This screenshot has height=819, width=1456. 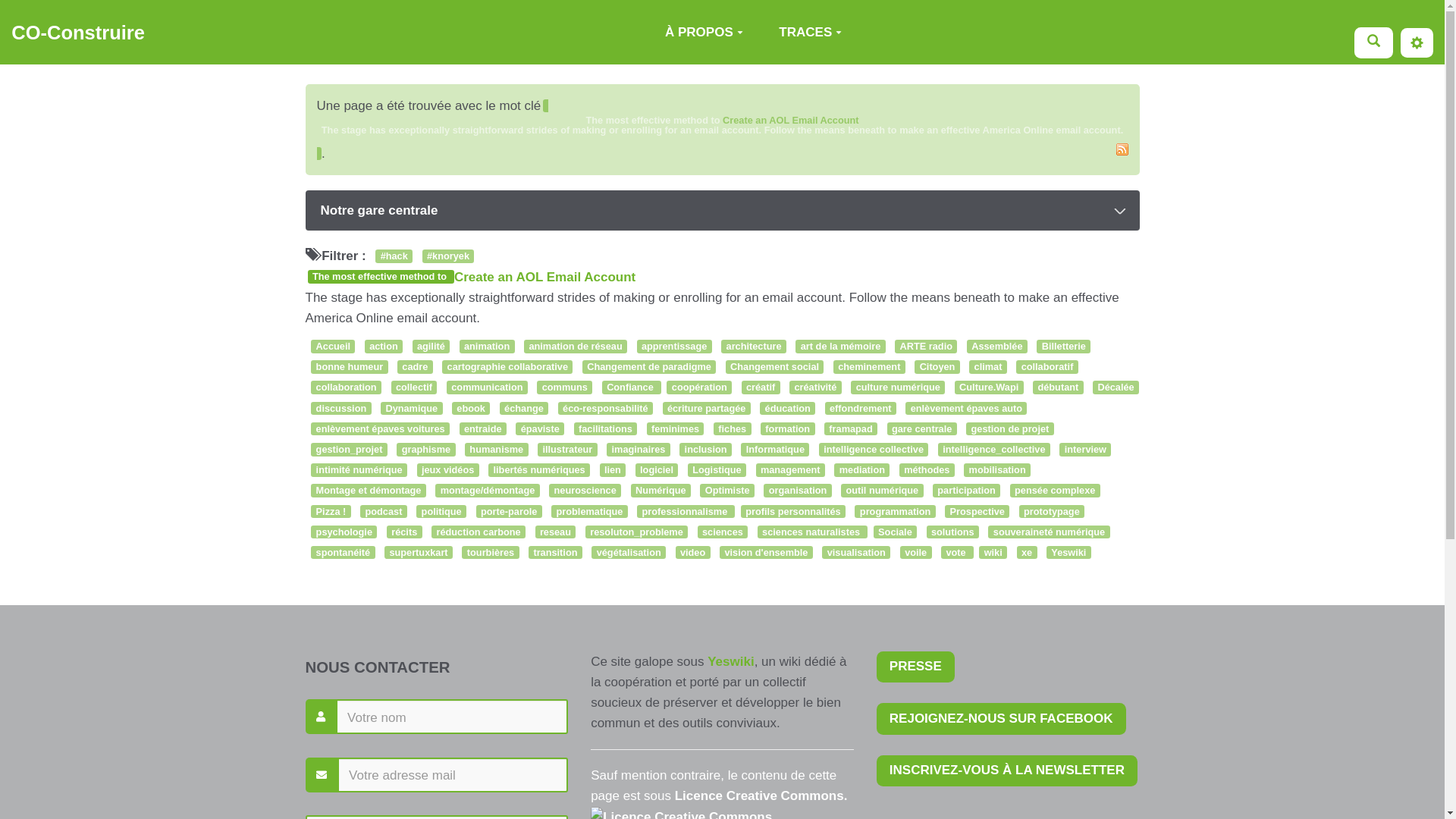 I want to click on 'Changement social', so click(x=775, y=366).